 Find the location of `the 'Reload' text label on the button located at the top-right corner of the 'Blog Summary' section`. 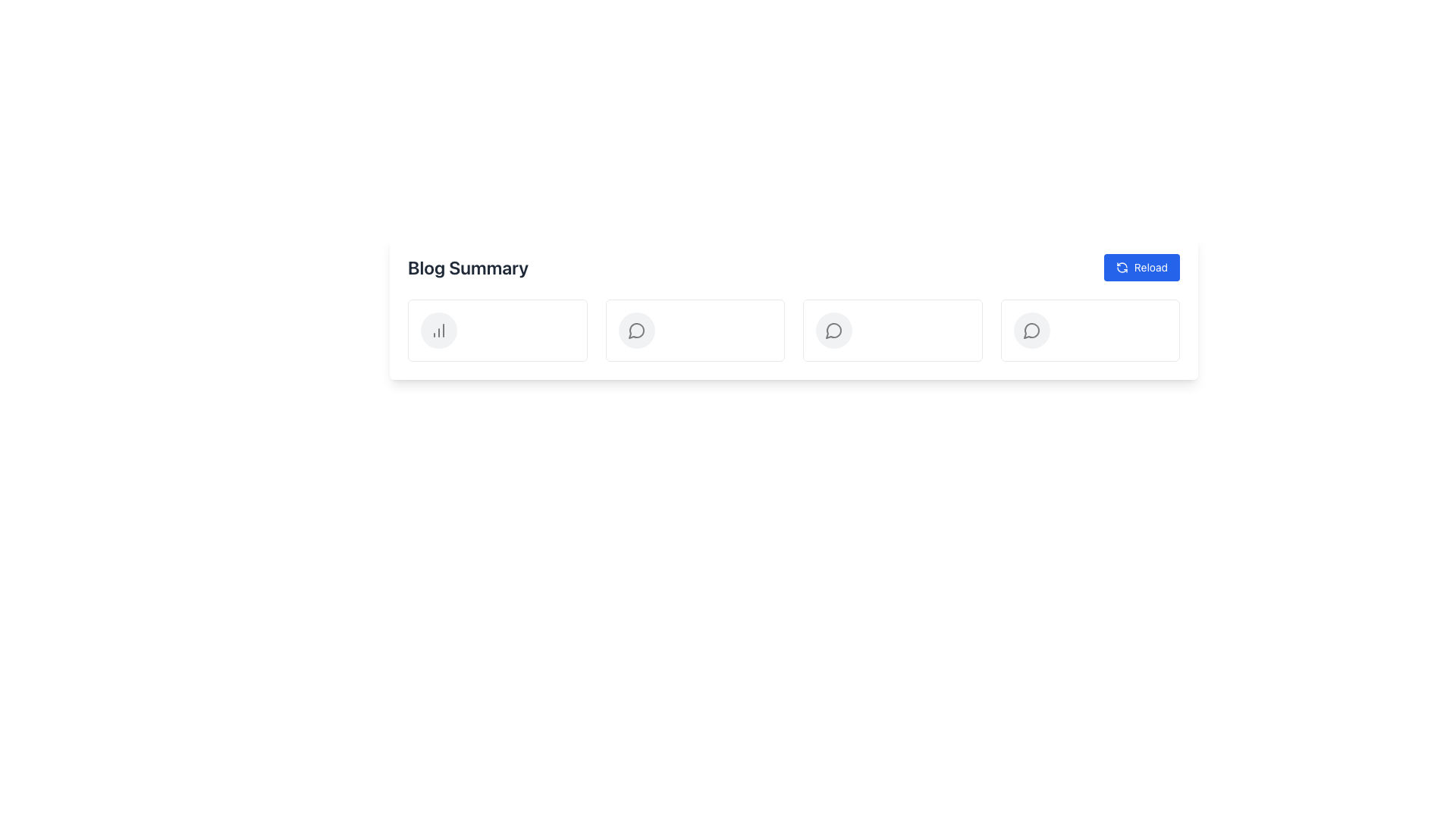

the 'Reload' text label on the button located at the top-right corner of the 'Blog Summary' section is located at coordinates (1150, 267).